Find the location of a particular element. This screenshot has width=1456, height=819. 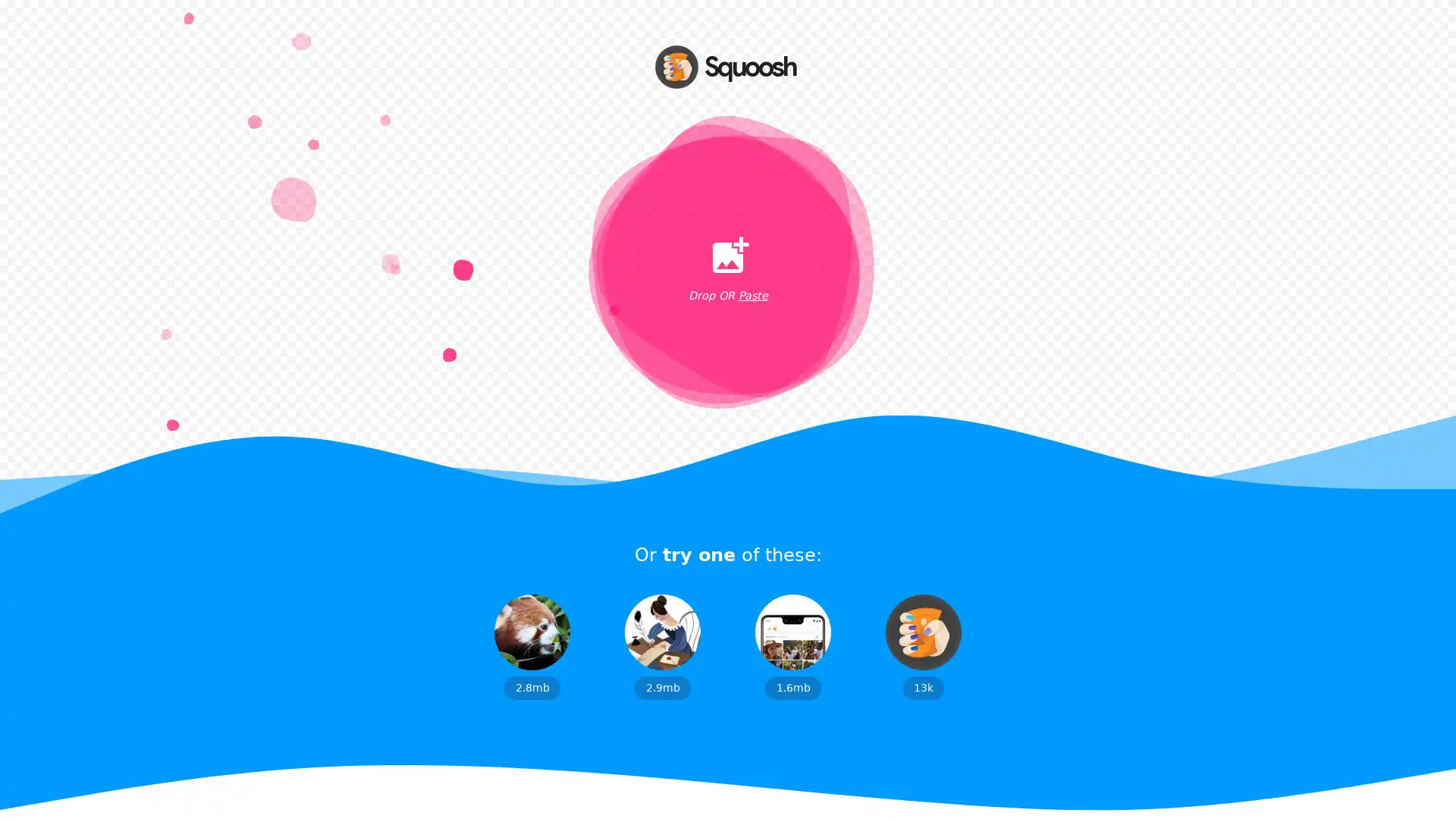

Paste is located at coordinates (752, 296).